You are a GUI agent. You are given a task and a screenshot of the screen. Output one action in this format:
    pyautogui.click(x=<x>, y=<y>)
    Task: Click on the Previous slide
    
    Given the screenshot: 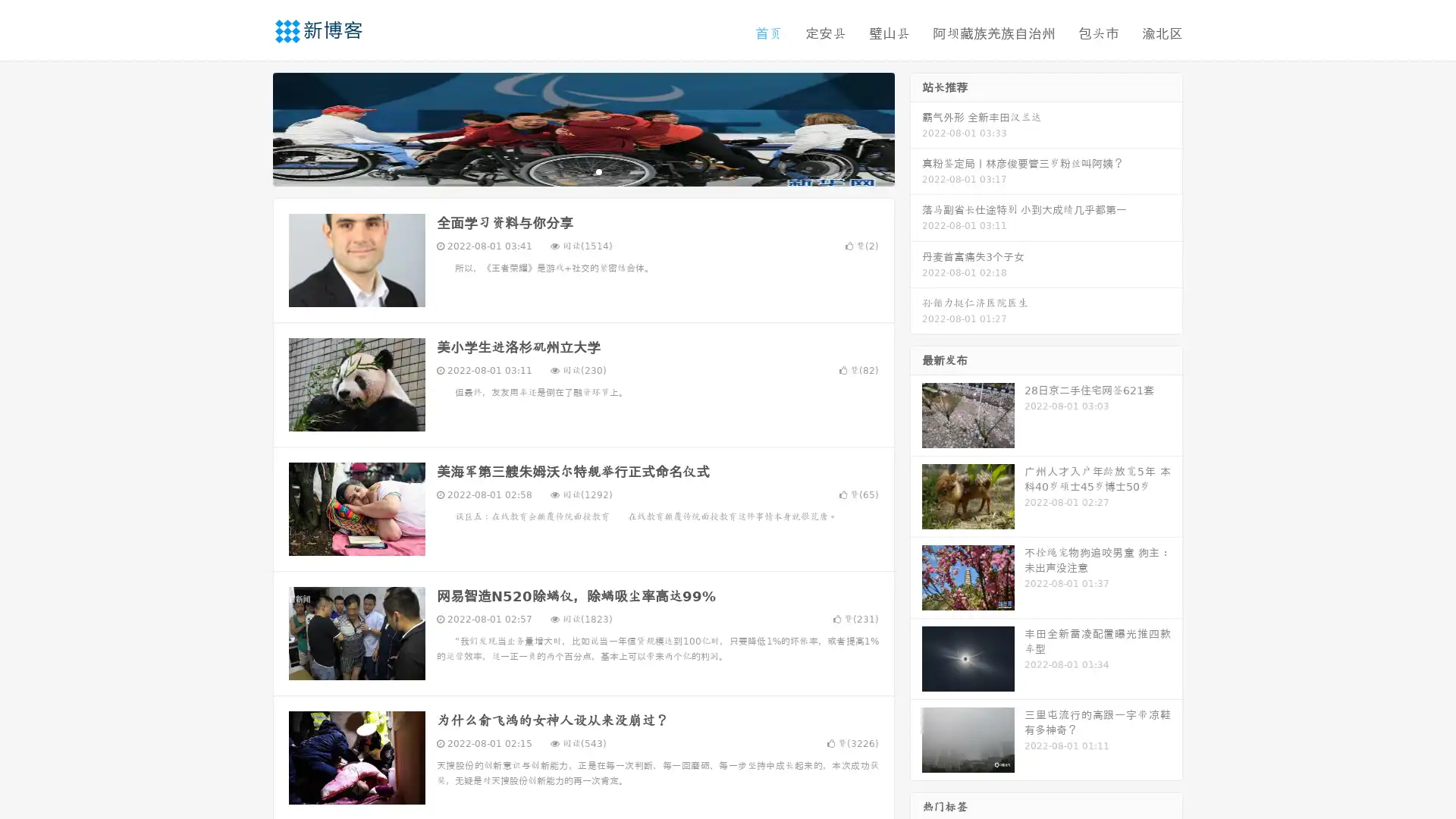 What is the action you would take?
    pyautogui.click(x=250, y=127)
    